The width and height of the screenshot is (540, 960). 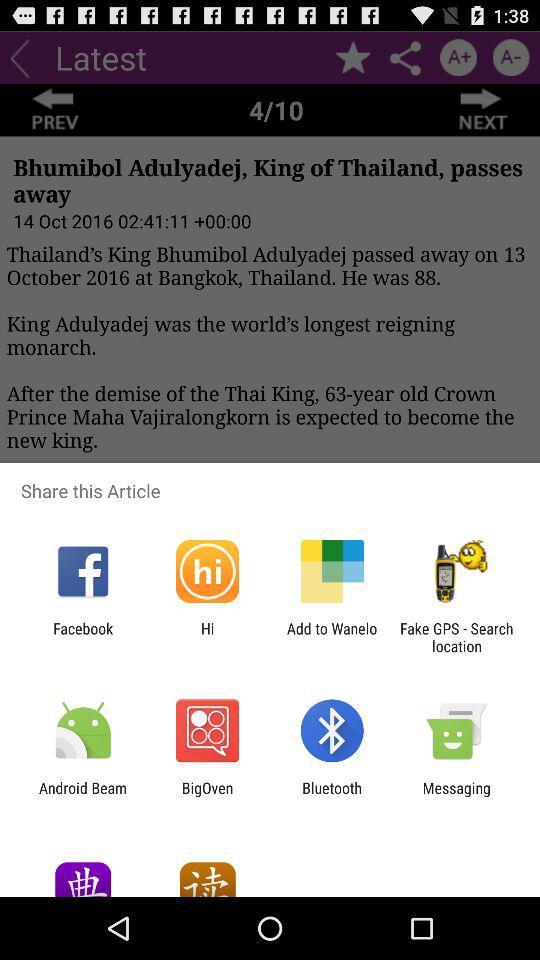 What do you see at coordinates (456, 636) in the screenshot?
I see `fake gps search item` at bounding box center [456, 636].